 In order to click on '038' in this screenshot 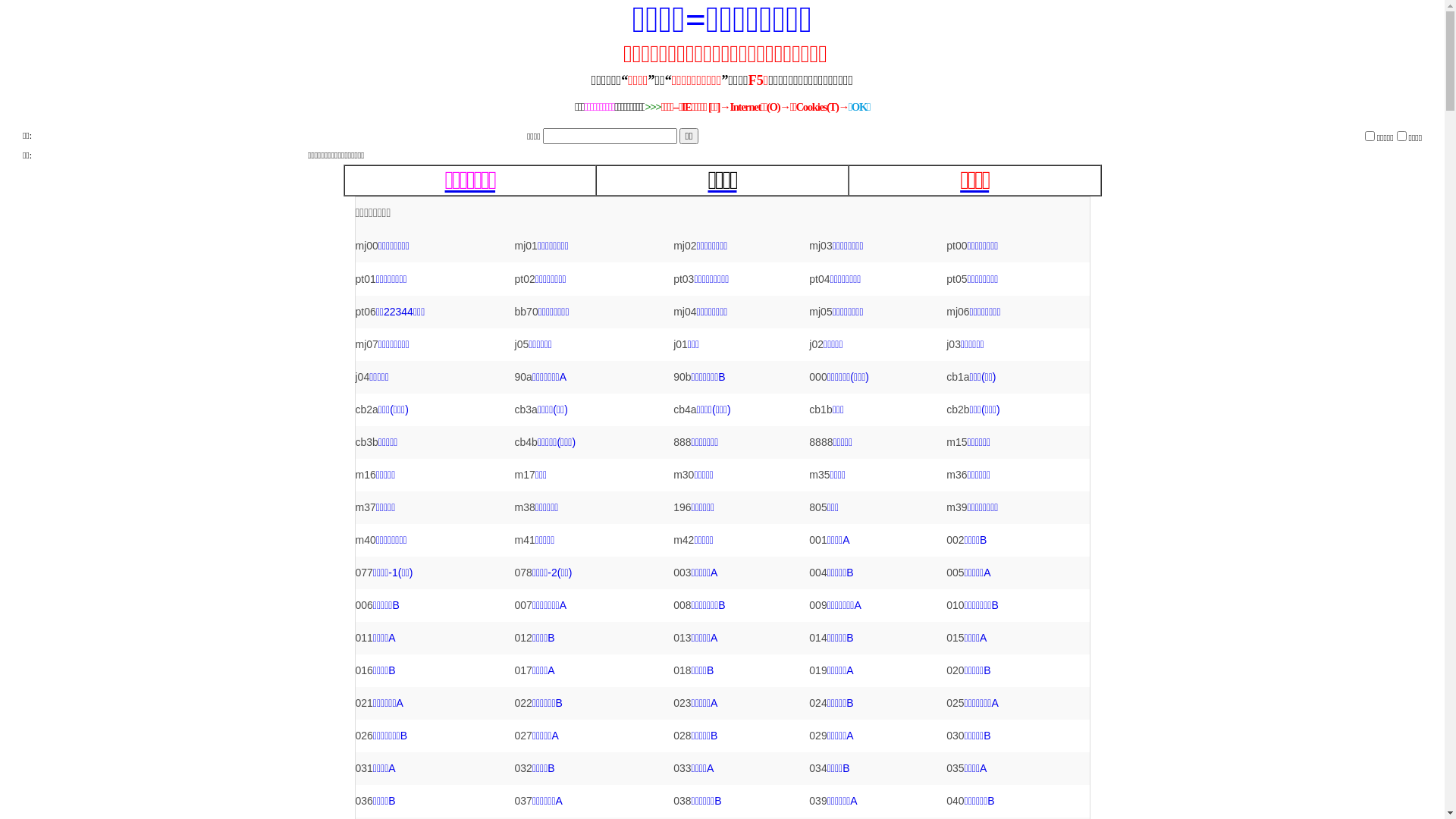, I will do `click(681, 800)`.